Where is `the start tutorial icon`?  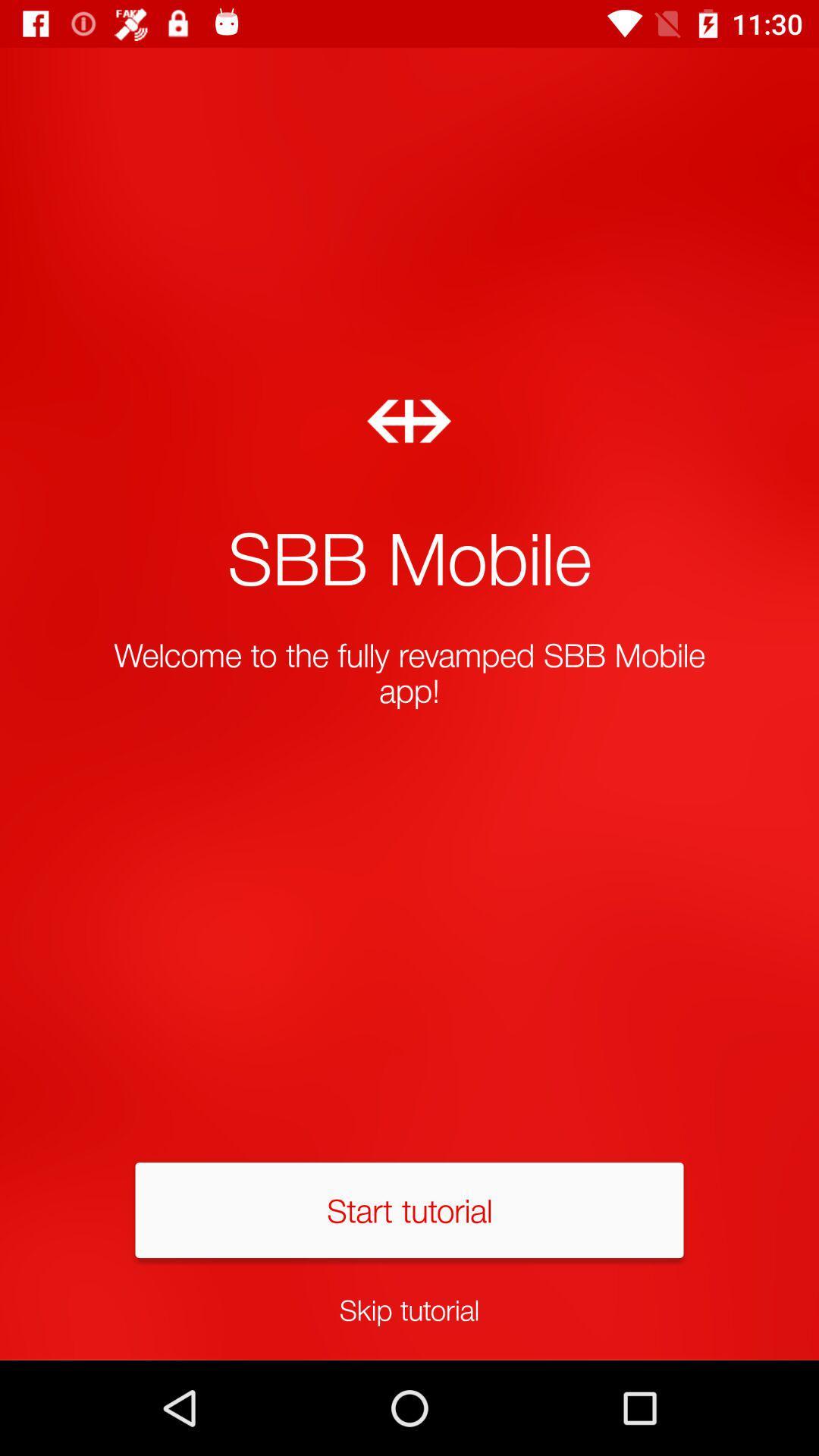 the start tutorial icon is located at coordinates (409, 1209).